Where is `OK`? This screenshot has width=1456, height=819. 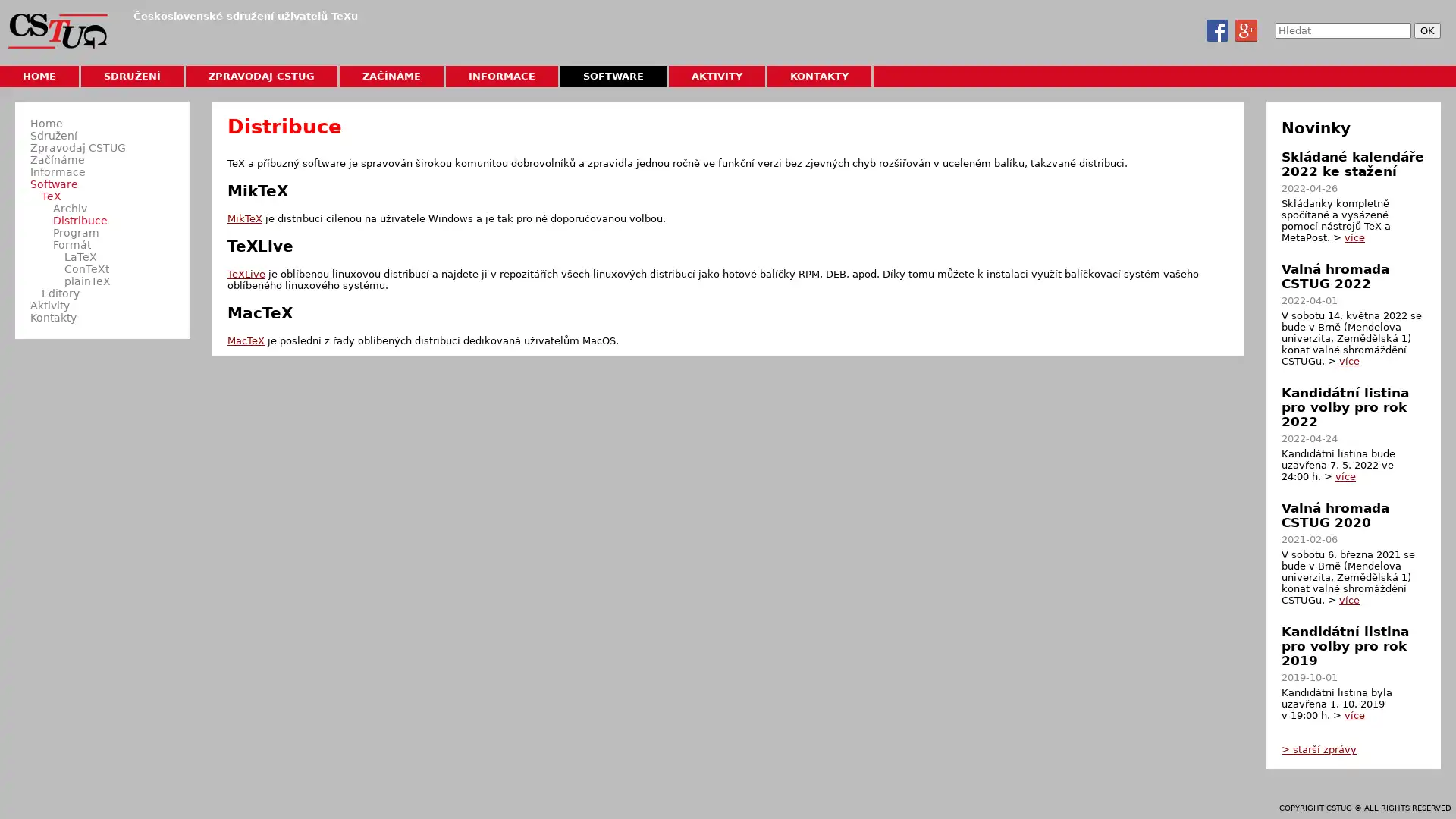 OK is located at coordinates (1426, 30).